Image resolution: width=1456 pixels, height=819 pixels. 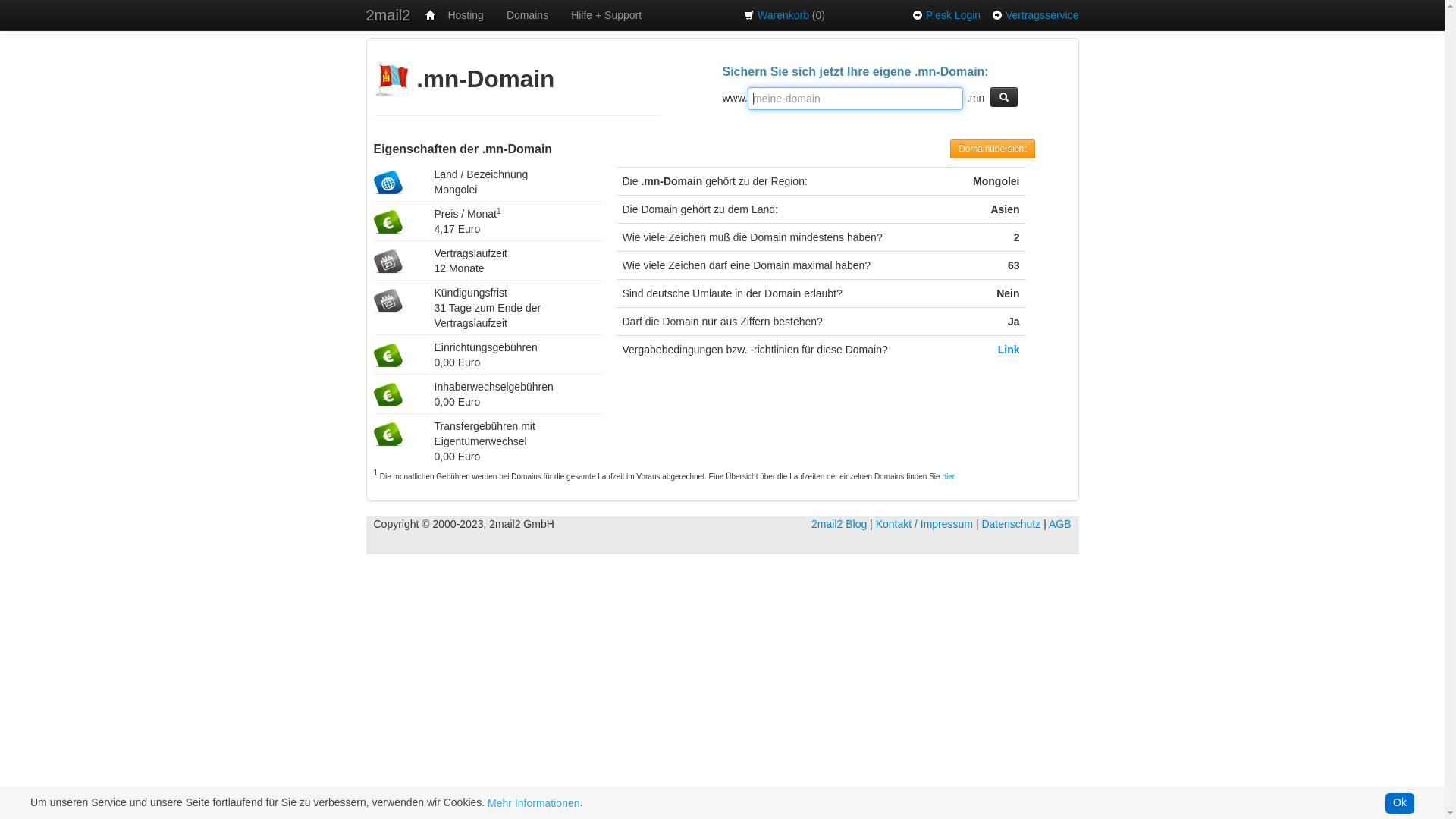 I want to click on 'Hilfe + Support', so click(x=605, y=14).